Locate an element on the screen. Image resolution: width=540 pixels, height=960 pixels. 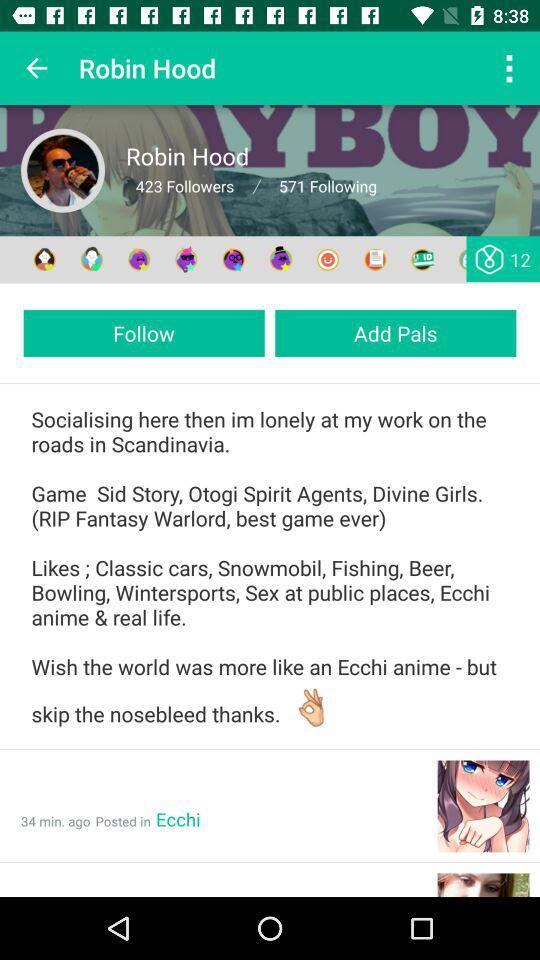
profile avatar is located at coordinates (63, 169).